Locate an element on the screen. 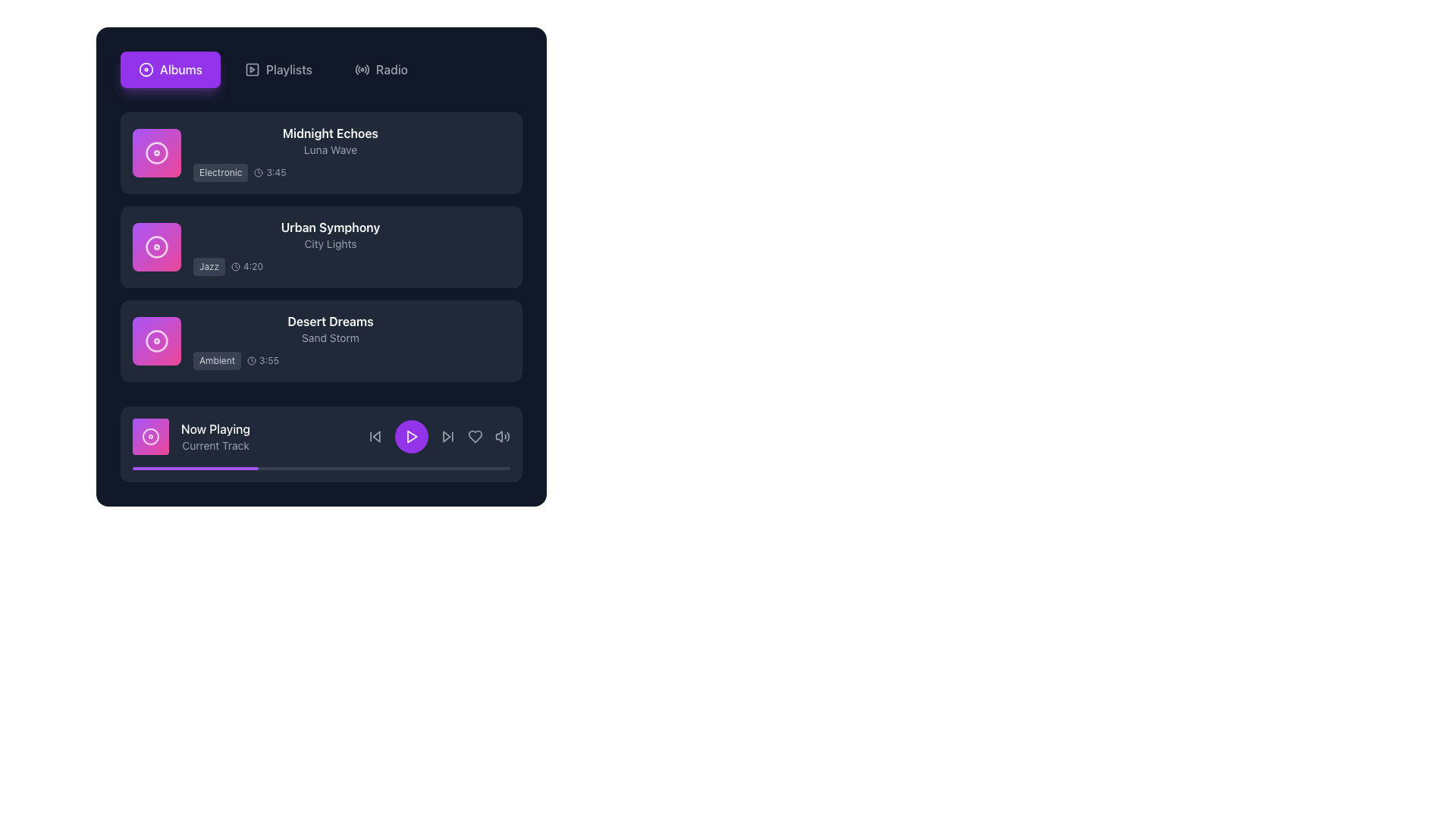  the vector graphic circle element representing the clock symbol is located at coordinates (252, 360).